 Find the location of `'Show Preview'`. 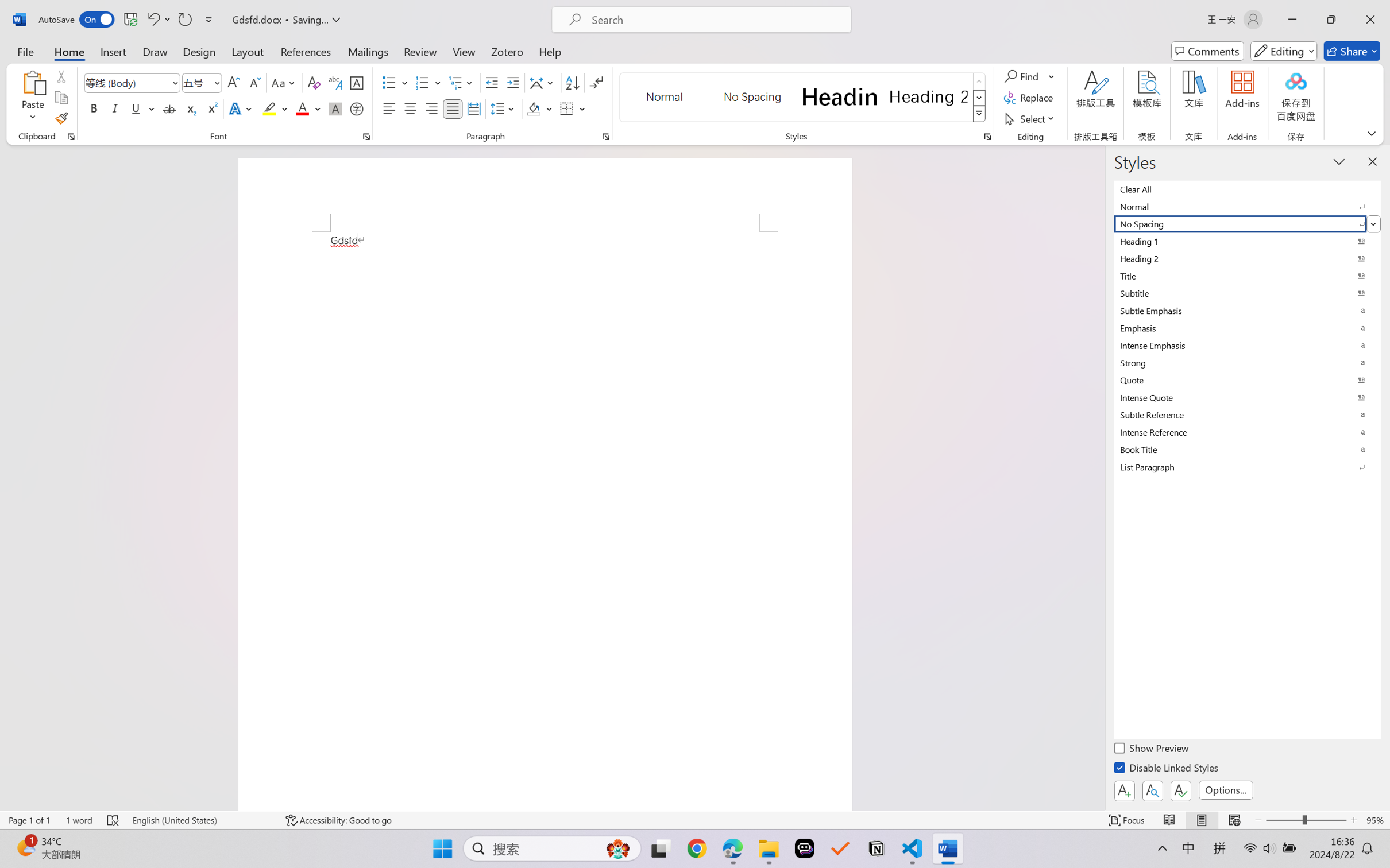

'Show Preview' is located at coordinates (1153, 749).